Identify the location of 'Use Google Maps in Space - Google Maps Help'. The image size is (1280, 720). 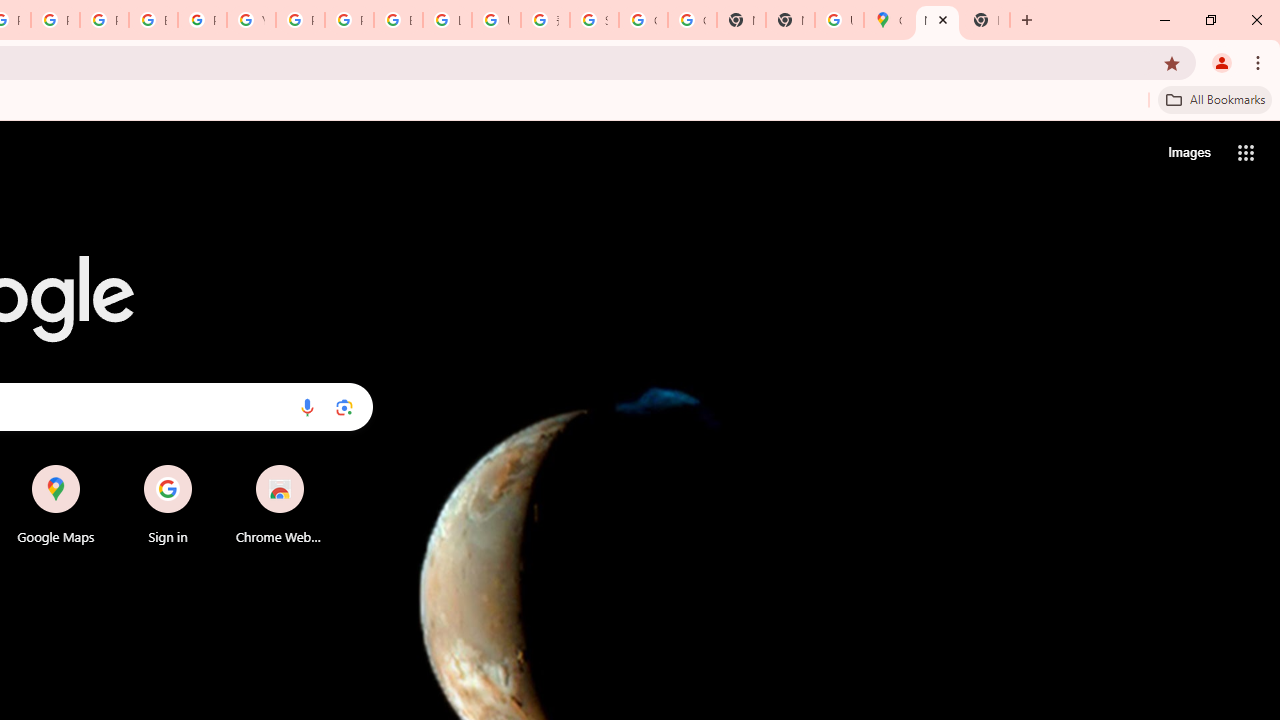
(839, 20).